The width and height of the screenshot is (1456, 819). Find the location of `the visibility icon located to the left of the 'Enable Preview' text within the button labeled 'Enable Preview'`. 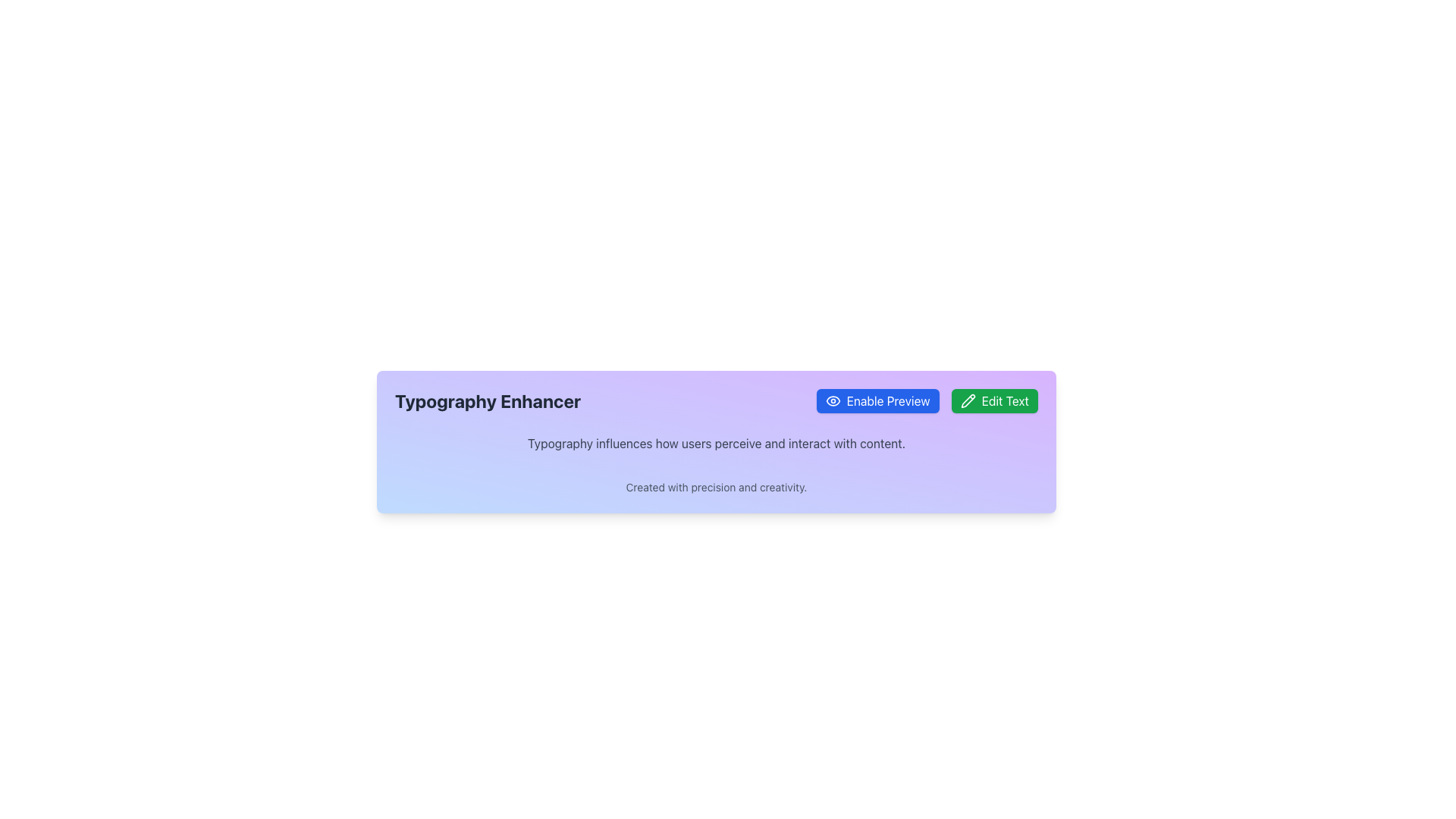

the visibility icon located to the left of the 'Enable Preview' text within the button labeled 'Enable Preview' is located at coordinates (832, 400).